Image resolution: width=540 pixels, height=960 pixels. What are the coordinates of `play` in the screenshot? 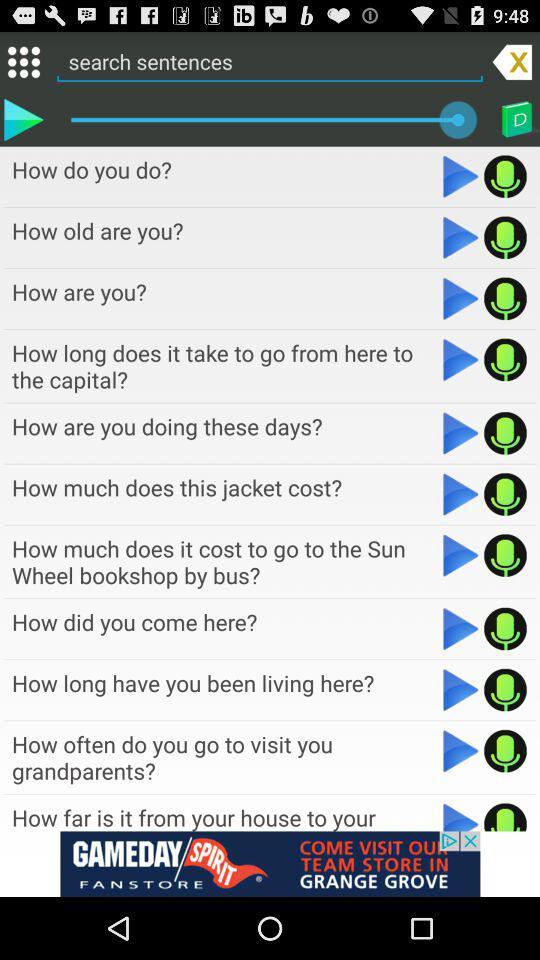 It's located at (461, 816).